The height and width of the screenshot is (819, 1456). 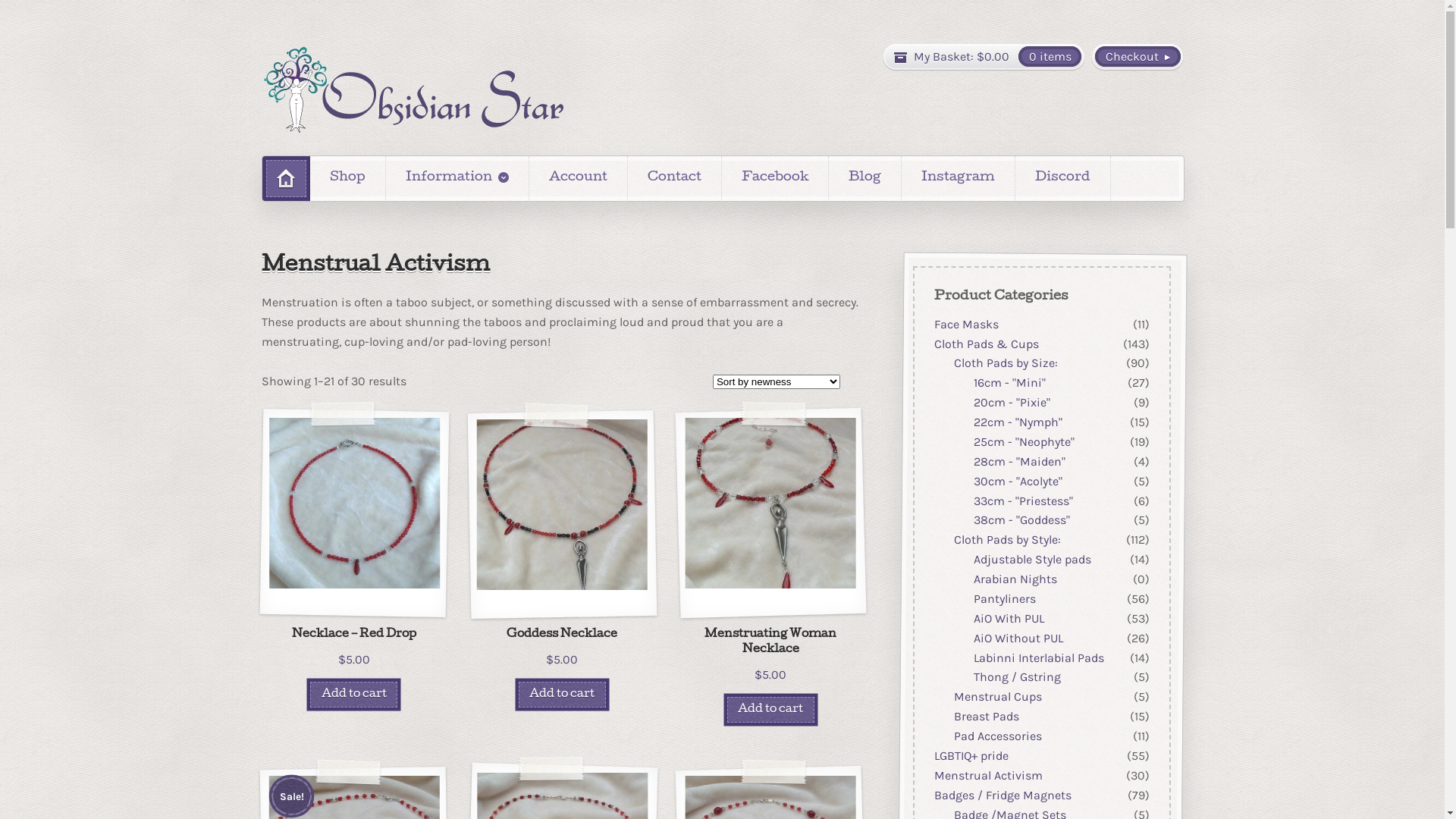 What do you see at coordinates (1018, 460) in the screenshot?
I see `'28cm - "Maiden"'` at bounding box center [1018, 460].